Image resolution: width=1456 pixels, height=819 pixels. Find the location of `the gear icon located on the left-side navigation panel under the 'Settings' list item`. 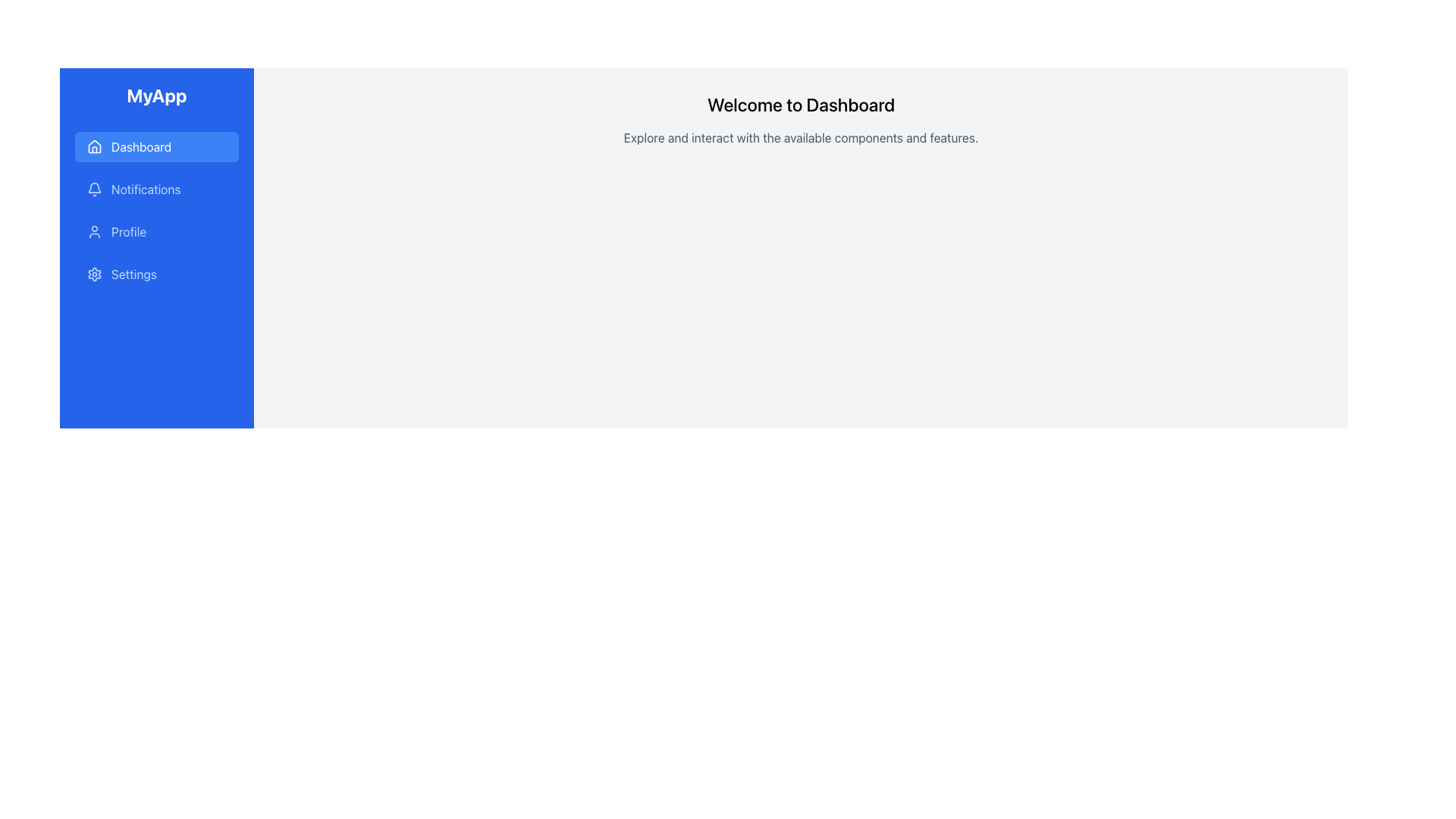

the gear icon located on the left-side navigation panel under the 'Settings' list item is located at coordinates (93, 275).